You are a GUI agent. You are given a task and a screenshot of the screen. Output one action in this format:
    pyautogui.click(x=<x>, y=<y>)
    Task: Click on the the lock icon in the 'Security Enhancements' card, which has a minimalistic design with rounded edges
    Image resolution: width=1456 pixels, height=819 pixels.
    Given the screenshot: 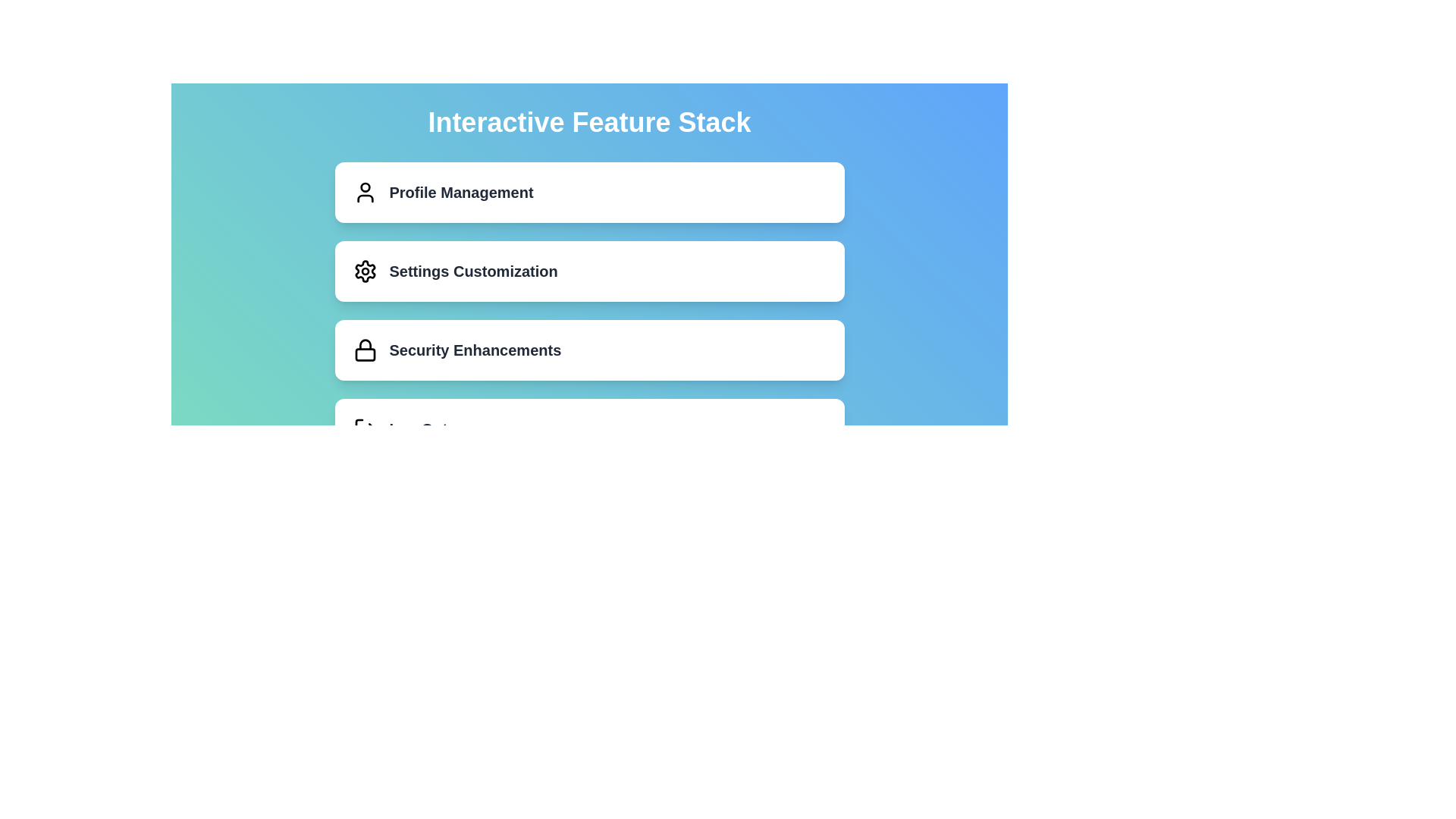 What is the action you would take?
    pyautogui.click(x=365, y=350)
    